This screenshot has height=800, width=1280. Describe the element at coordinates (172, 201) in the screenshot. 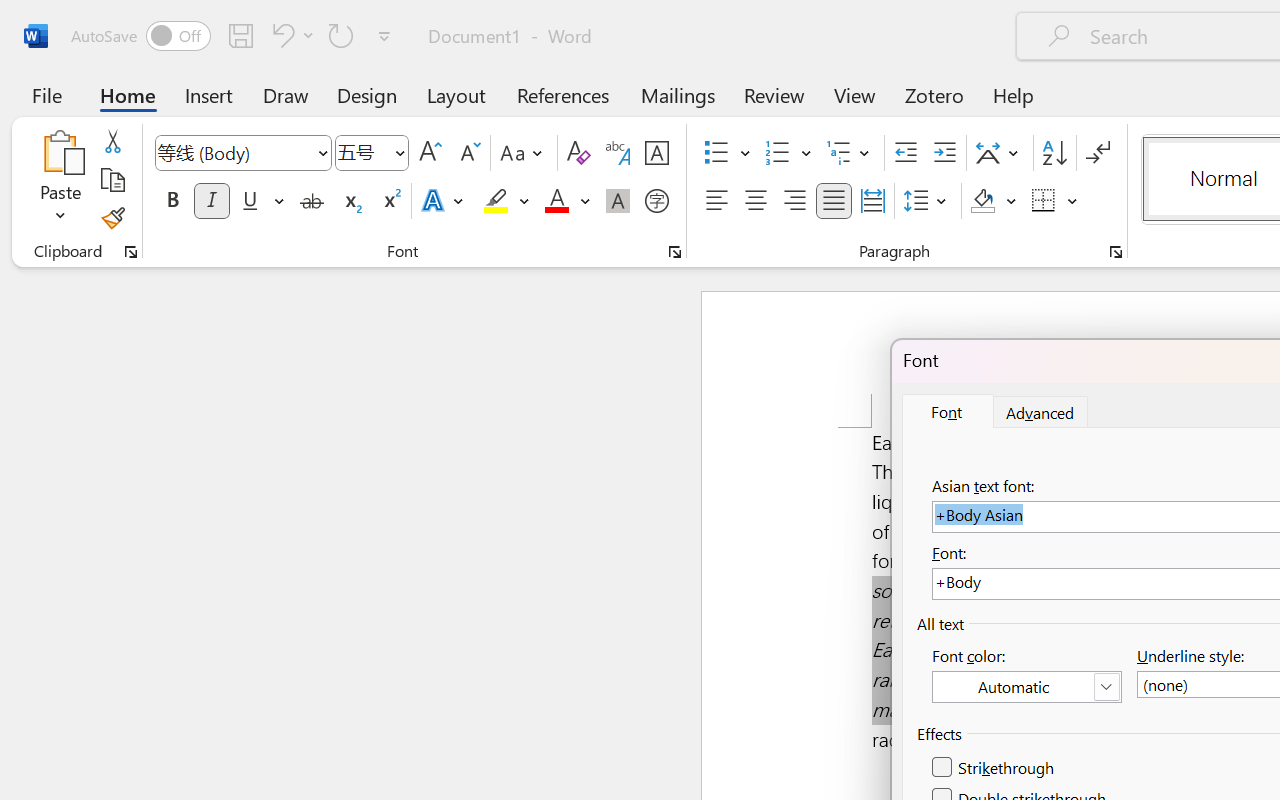

I see `'Bold'` at that location.